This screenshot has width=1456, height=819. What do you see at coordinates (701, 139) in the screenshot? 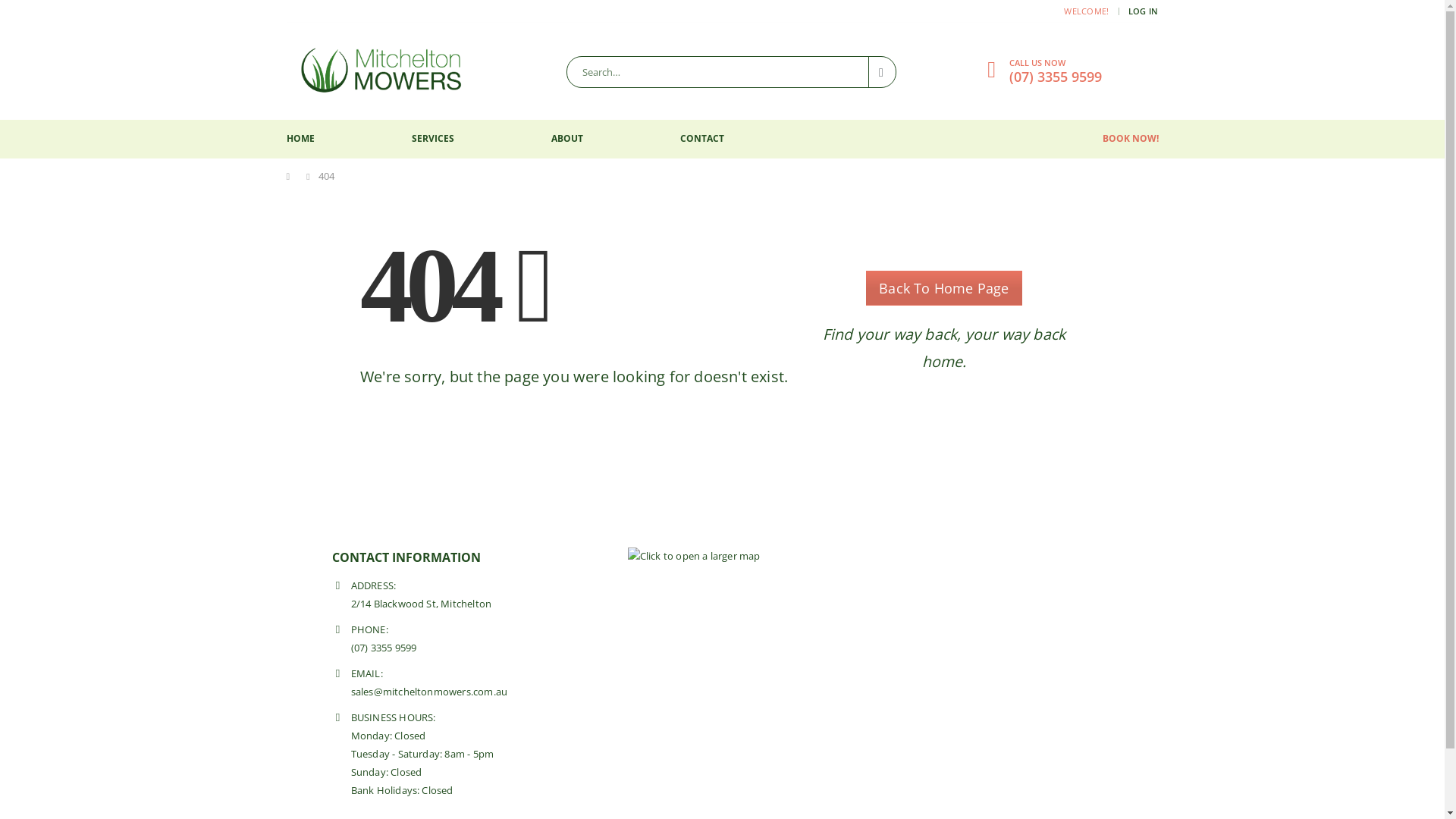
I see `'CONTACT'` at bounding box center [701, 139].